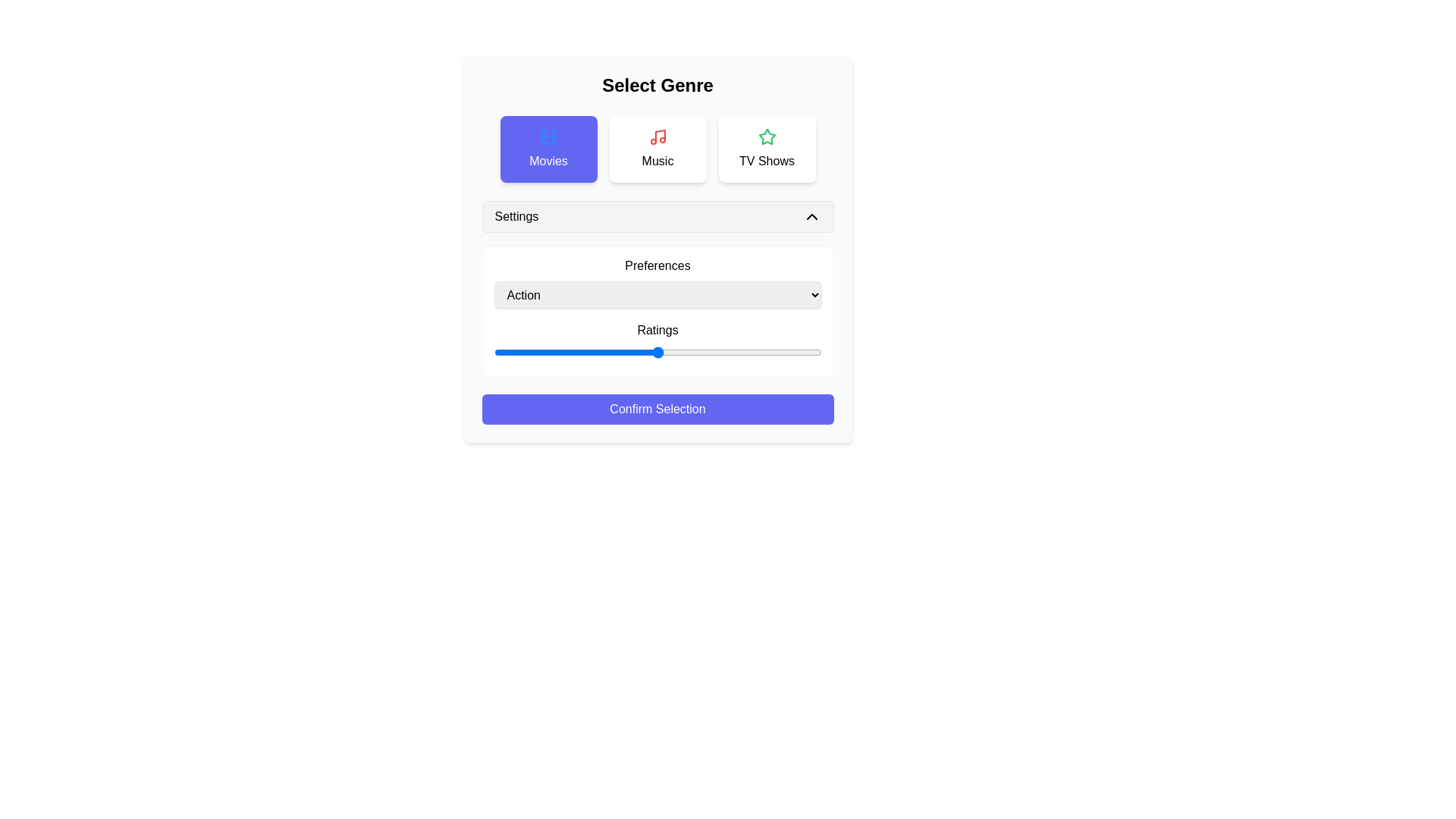 This screenshot has width=1456, height=819. What do you see at coordinates (772, 353) in the screenshot?
I see `the rating` at bounding box center [772, 353].